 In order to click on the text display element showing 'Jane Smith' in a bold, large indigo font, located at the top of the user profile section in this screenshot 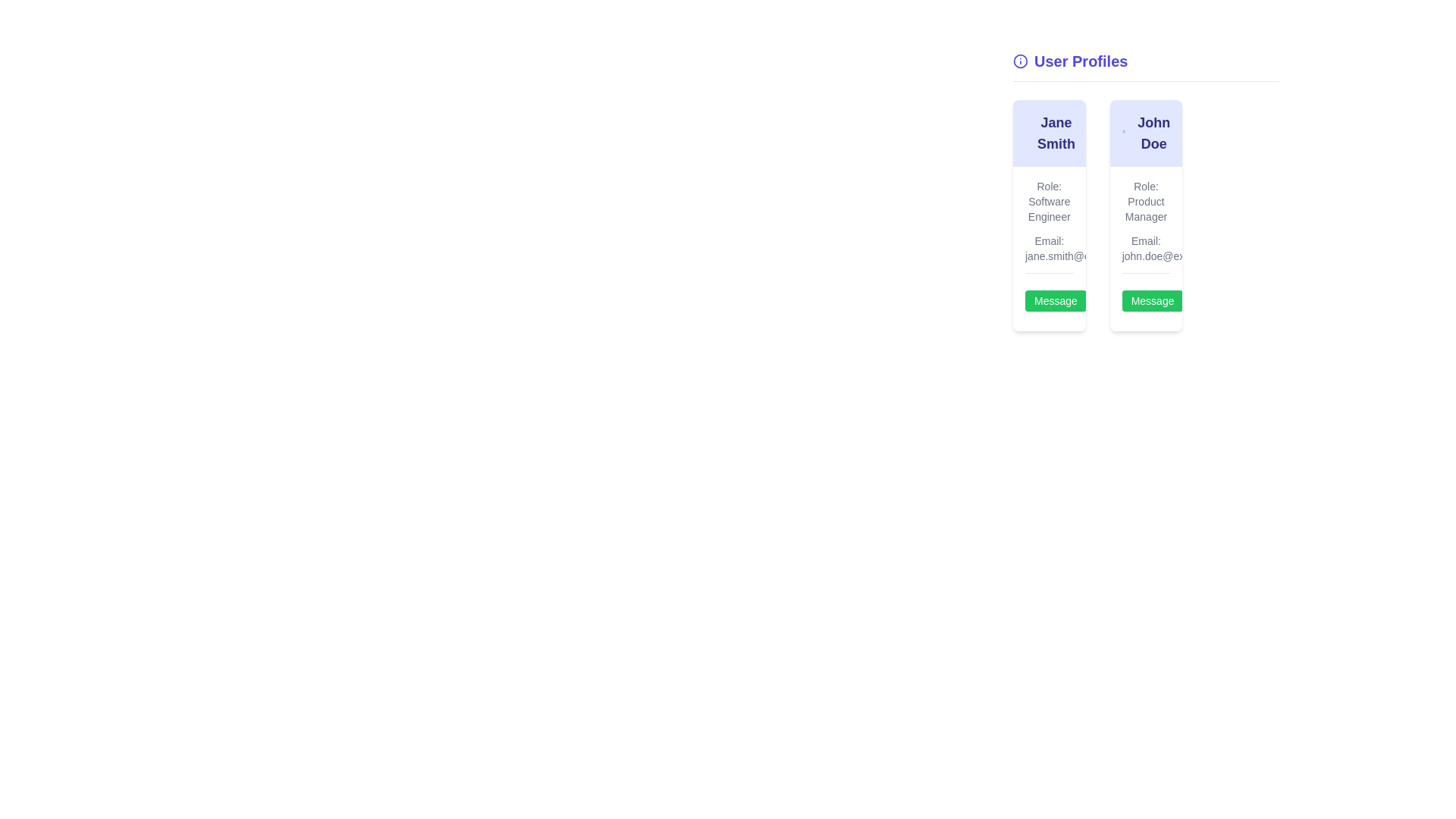, I will do `click(1048, 133)`.